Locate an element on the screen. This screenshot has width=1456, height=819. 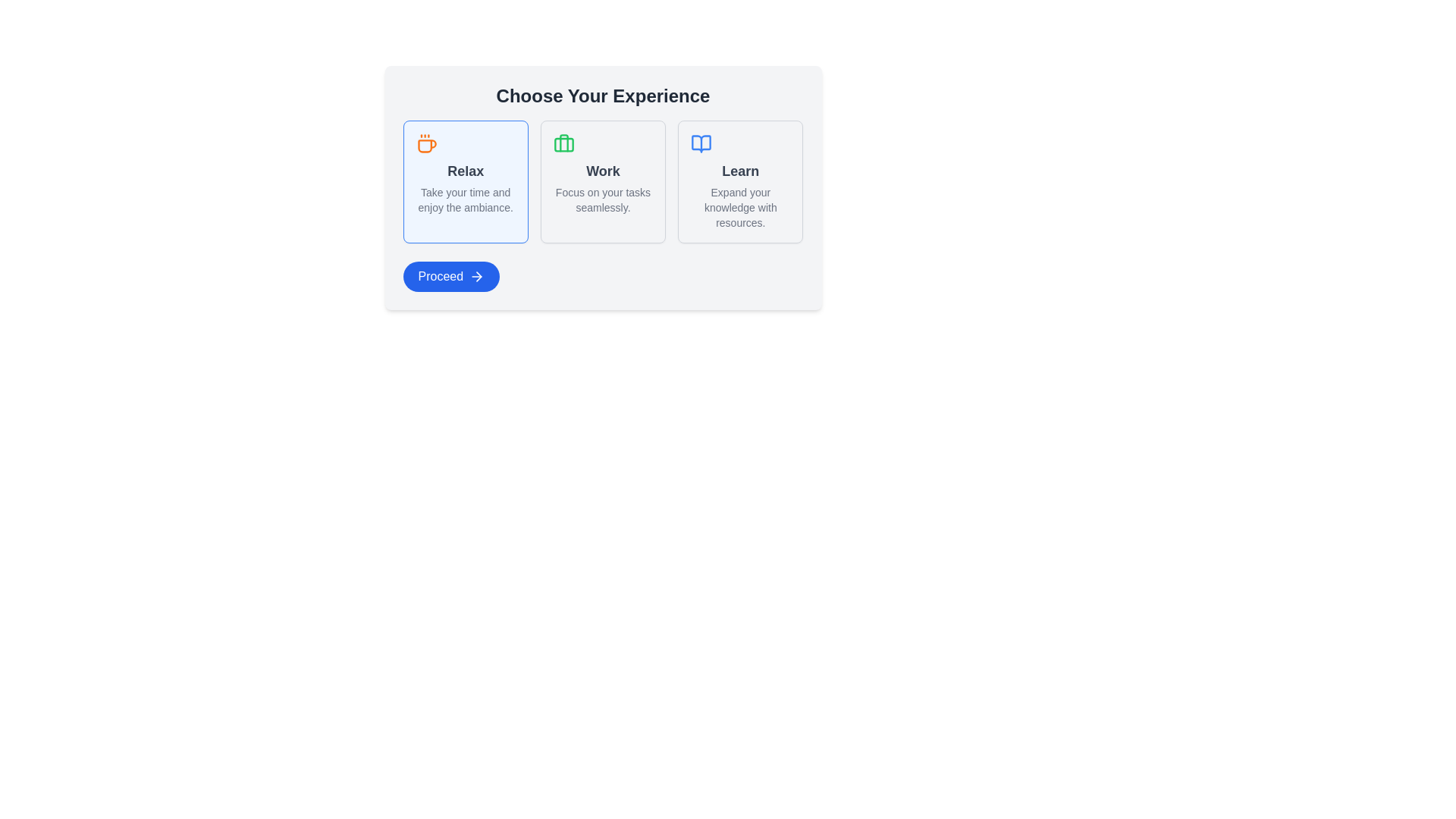
the blue open book icon located in the third box below the 'Learn' label is located at coordinates (701, 143).